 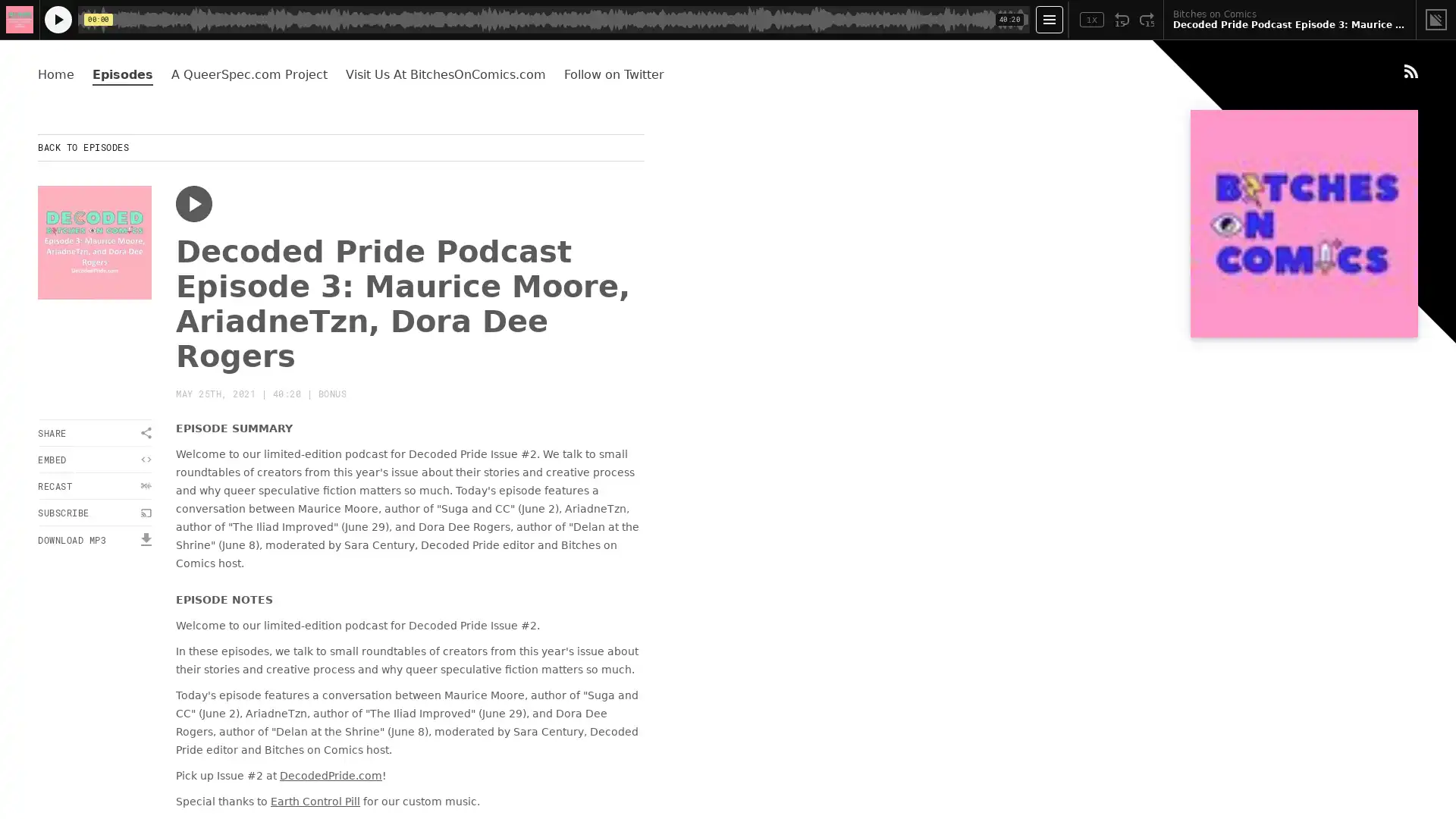 What do you see at coordinates (1147, 20) in the screenshot?
I see `Fast Forward 15 Seconds` at bounding box center [1147, 20].